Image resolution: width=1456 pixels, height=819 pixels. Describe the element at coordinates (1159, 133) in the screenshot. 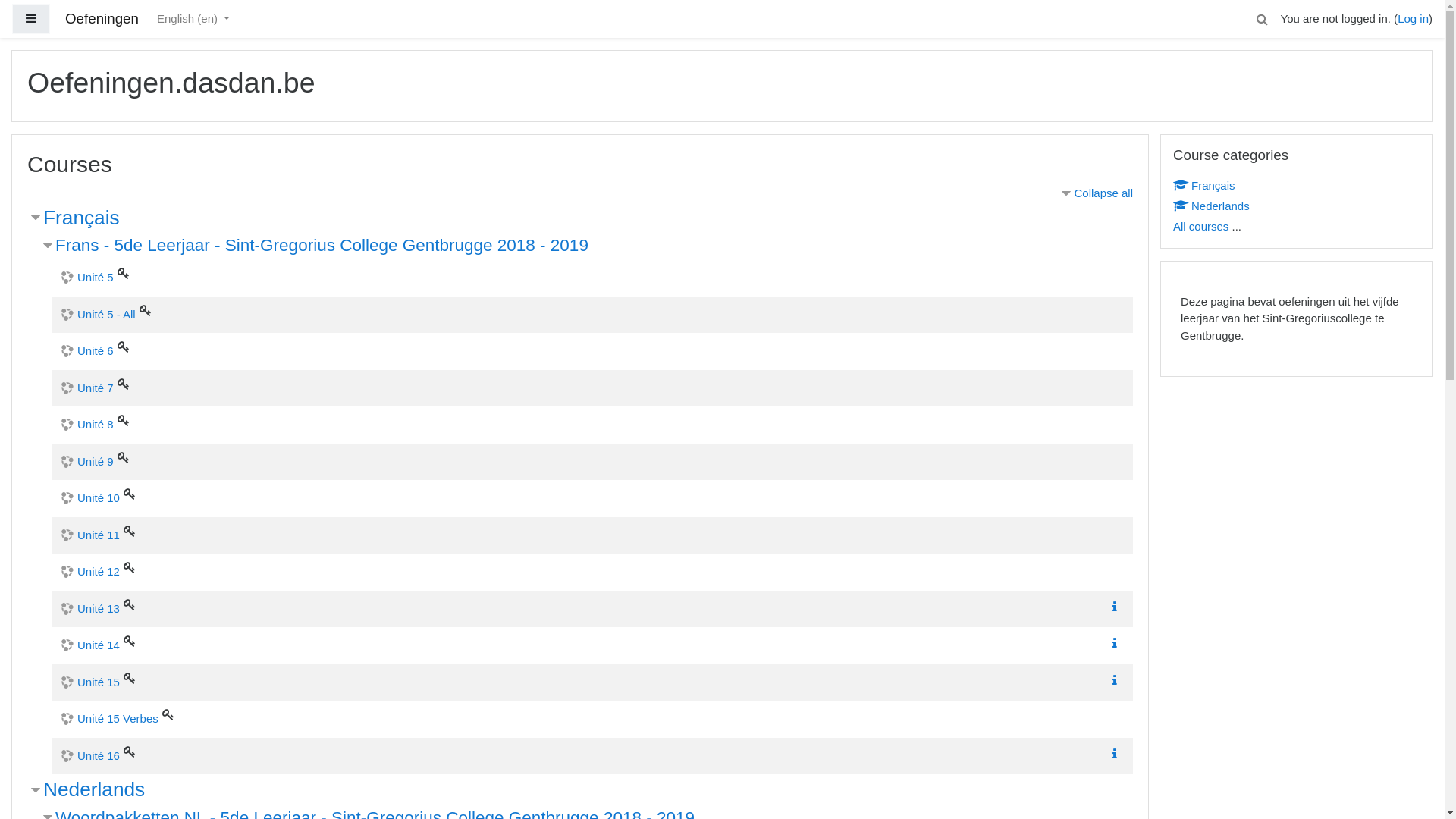

I see `'Skip Course categories'` at that location.